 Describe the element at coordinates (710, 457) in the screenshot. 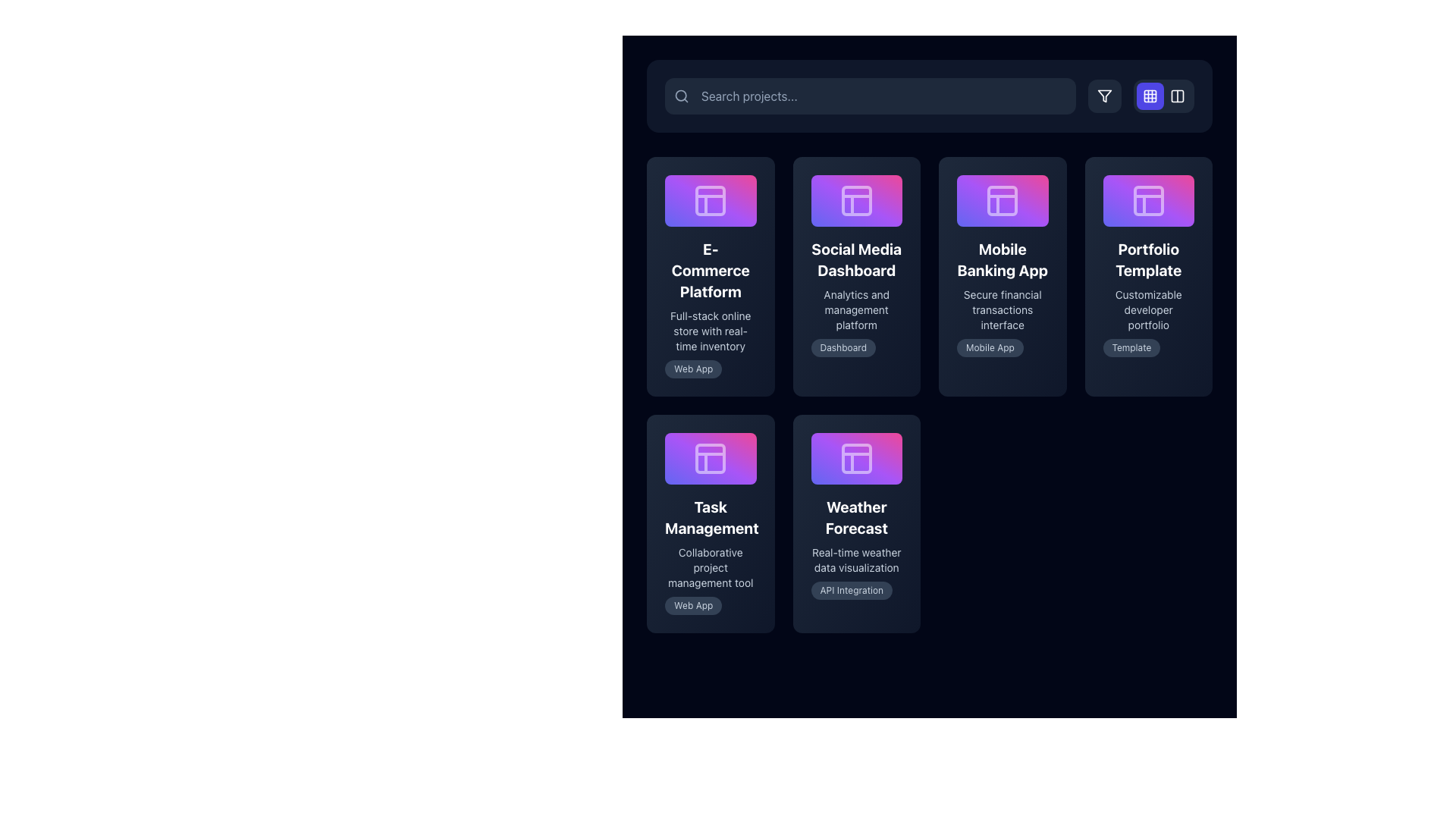

I see `the icon resembling a panel layout graphic, which features a white outline and a gradient background transitioning from purple to pink, located in the lower row and left column of the grid layout` at that location.